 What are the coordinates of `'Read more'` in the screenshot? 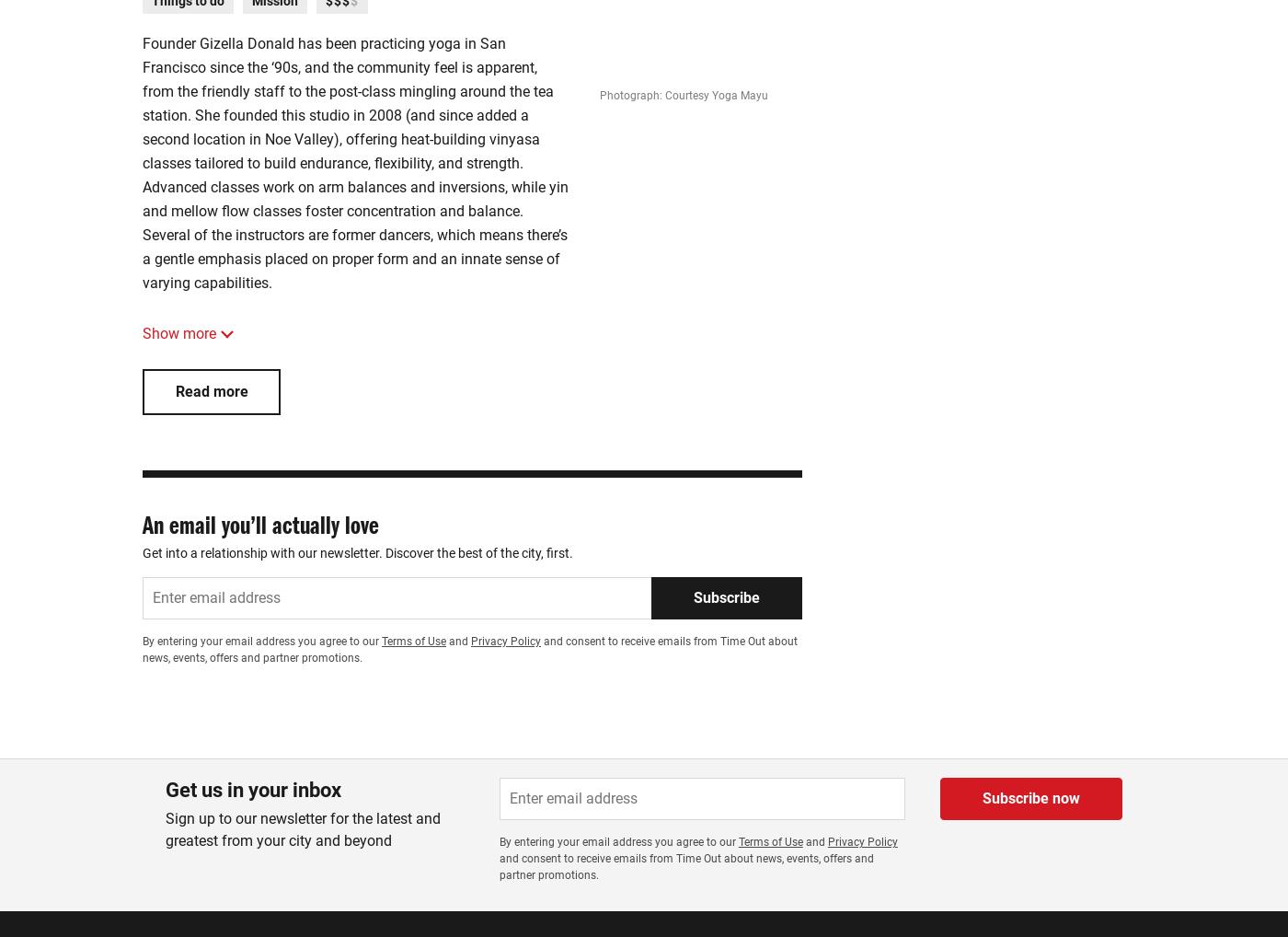 It's located at (174, 390).